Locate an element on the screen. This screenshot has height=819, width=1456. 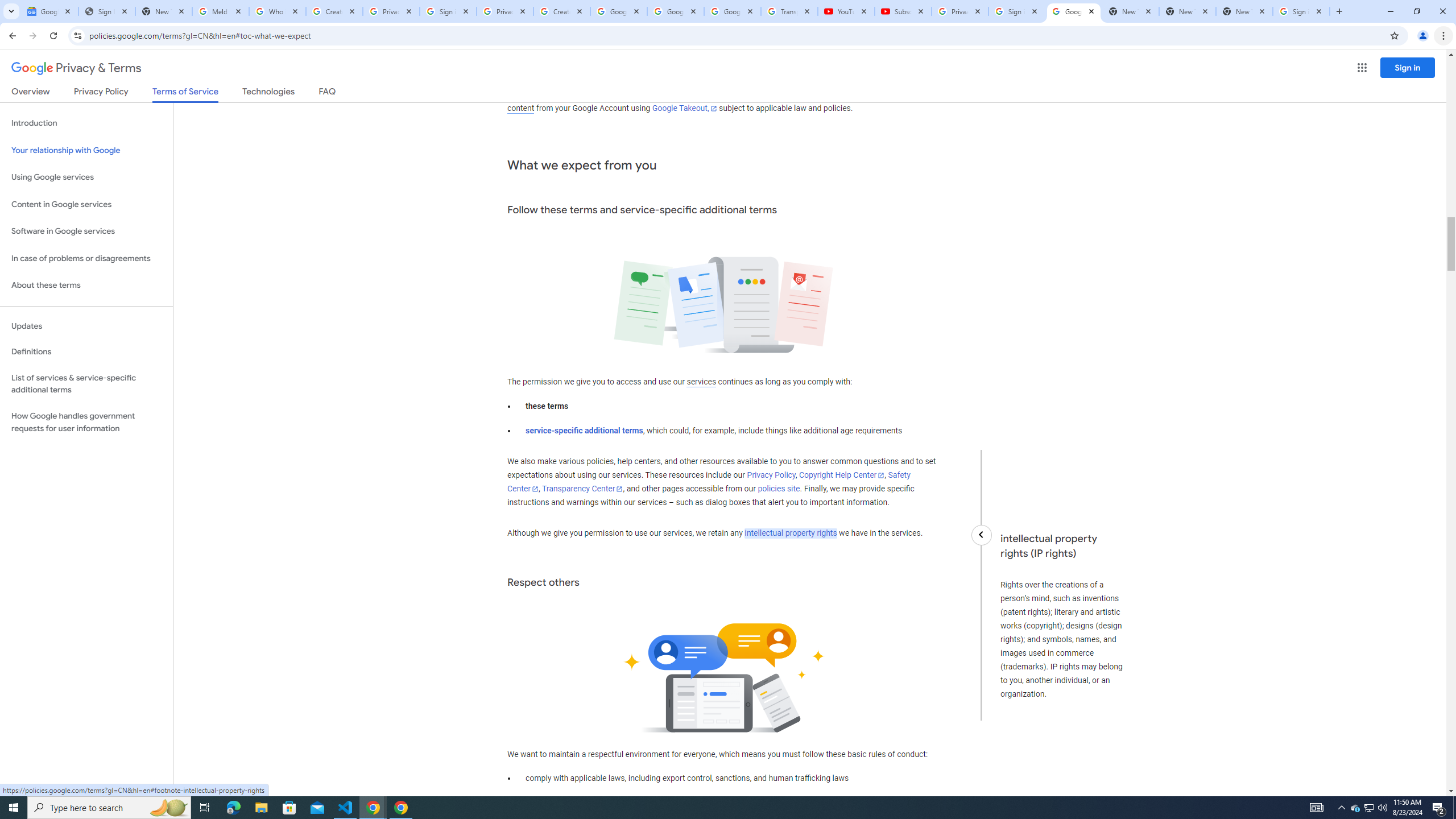
'Subscriptions - YouTube' is located at coordinates (902, 11).